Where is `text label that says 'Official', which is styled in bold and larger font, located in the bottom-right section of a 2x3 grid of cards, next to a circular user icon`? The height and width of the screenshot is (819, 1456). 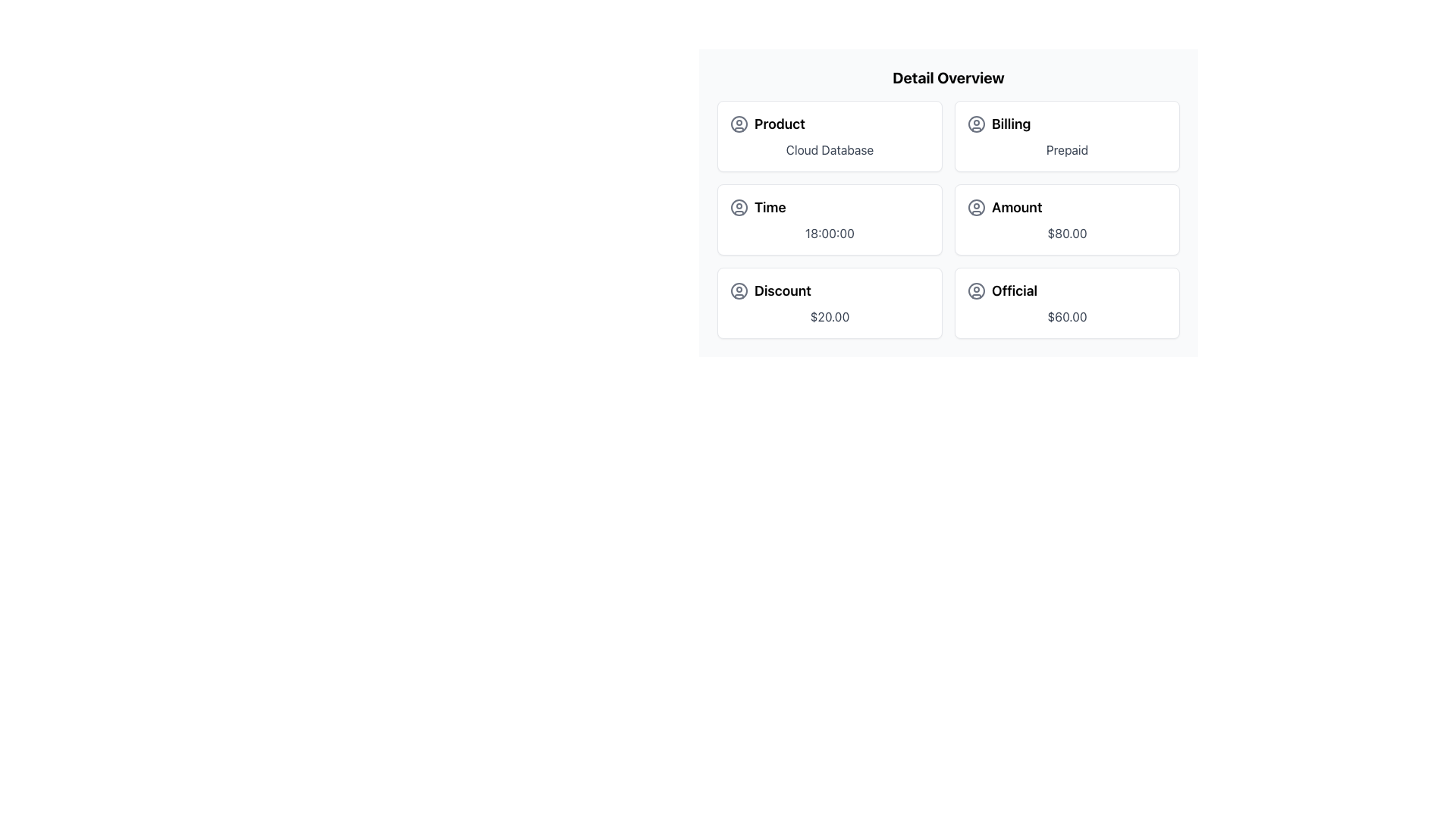 text label that says 'Official', which is styled in bold and larger font, located in the bottom-right section of a 2x3 grid of cards, next to a circular user icon is located at coordinates (1015, 291).